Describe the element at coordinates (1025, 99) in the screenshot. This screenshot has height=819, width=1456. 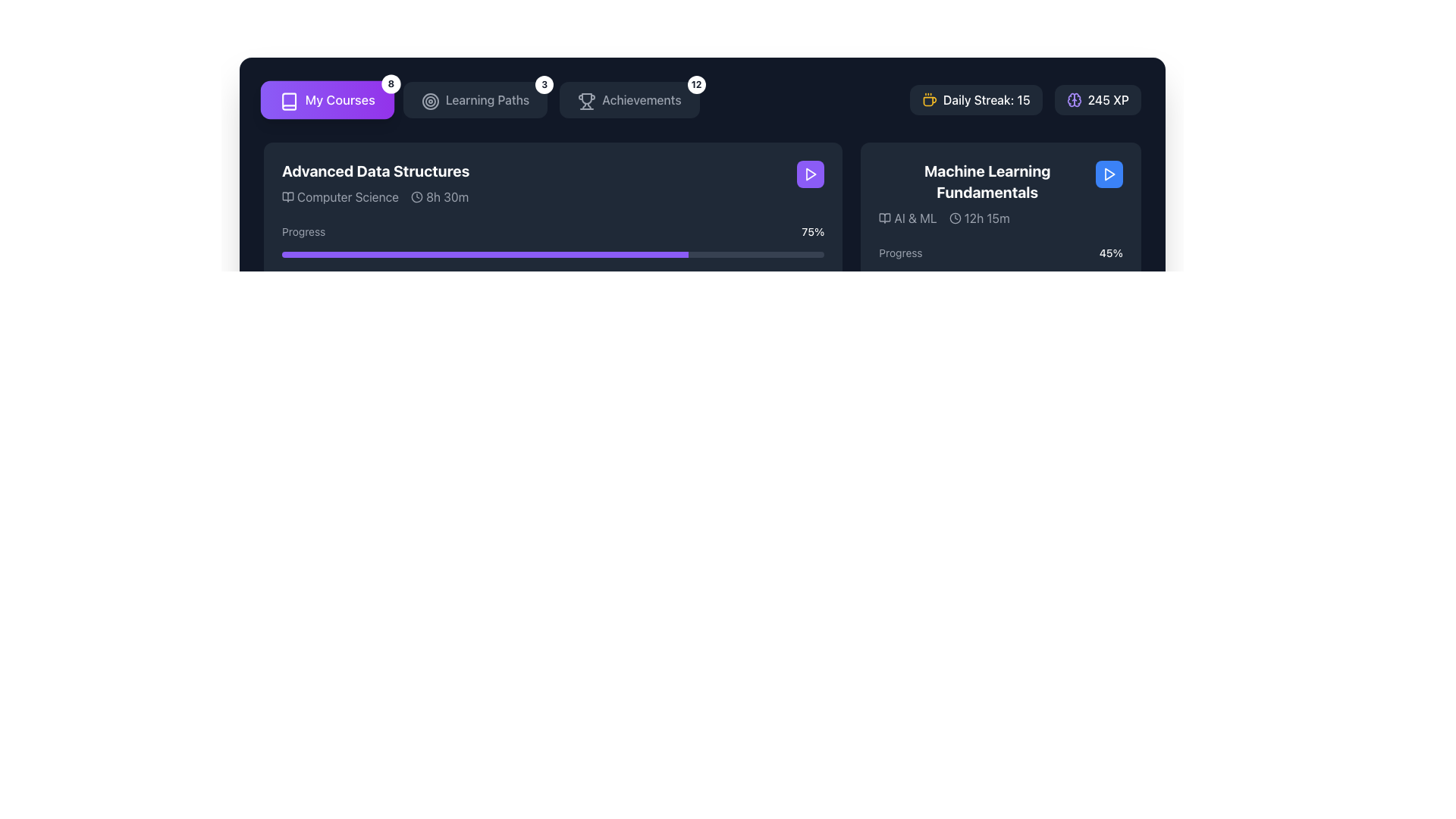
I see `information displayed in the amber icon and text showing the user's daily streak, which reads 'Daily Streak: 15', located in the top-right portion of the interface` at that location.